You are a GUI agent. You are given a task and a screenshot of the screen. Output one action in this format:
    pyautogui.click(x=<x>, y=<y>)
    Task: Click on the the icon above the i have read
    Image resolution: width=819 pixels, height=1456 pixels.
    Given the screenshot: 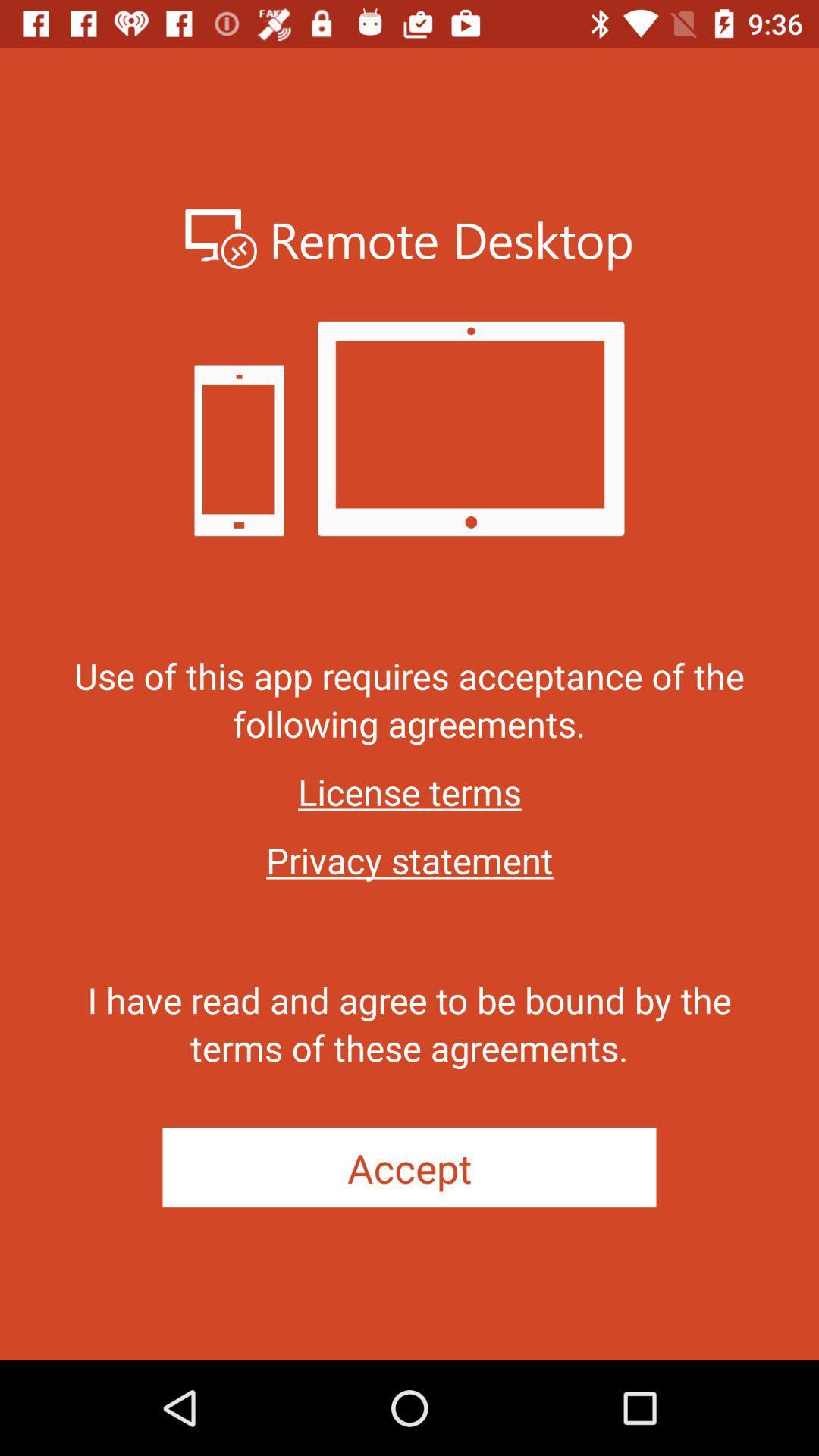 What is the action you would take?
    pyautogui.click(x=409, y=860)
    